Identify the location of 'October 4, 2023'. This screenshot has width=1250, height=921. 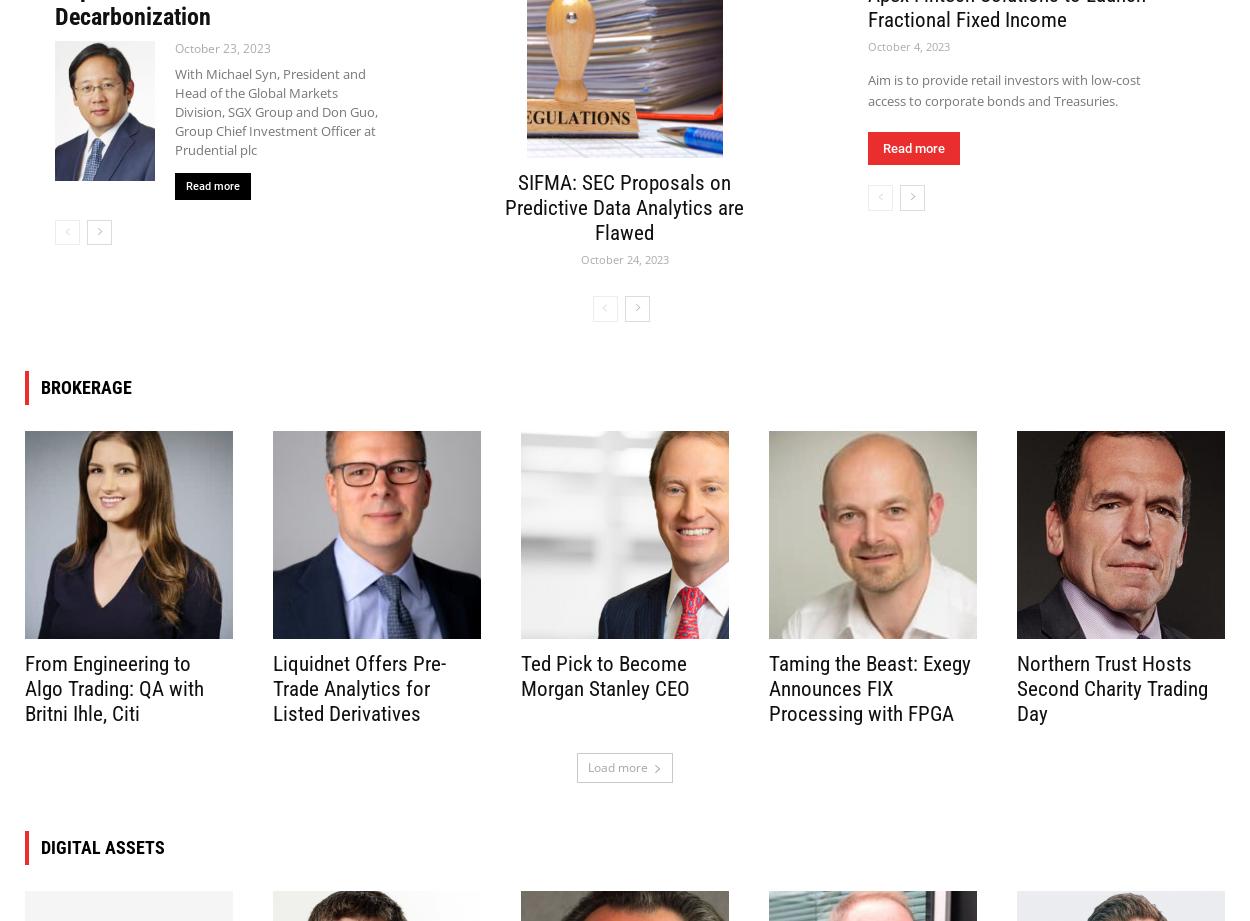
(909, 45).